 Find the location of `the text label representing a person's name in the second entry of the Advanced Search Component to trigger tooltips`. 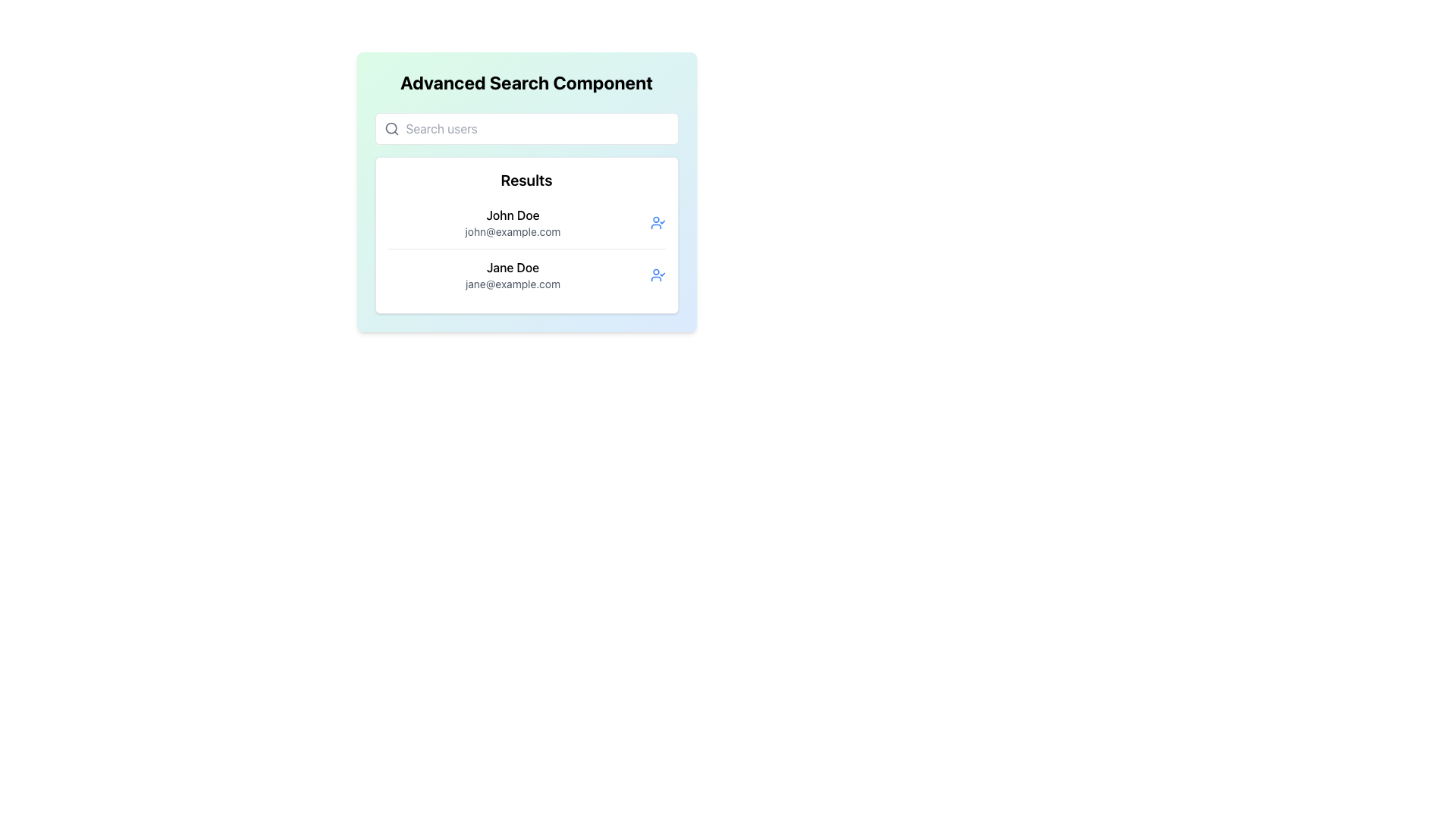

the text label representing a person's name in the second entry of the Advanced Search Component to trigger tooltips is located at coordinates (513, 267).